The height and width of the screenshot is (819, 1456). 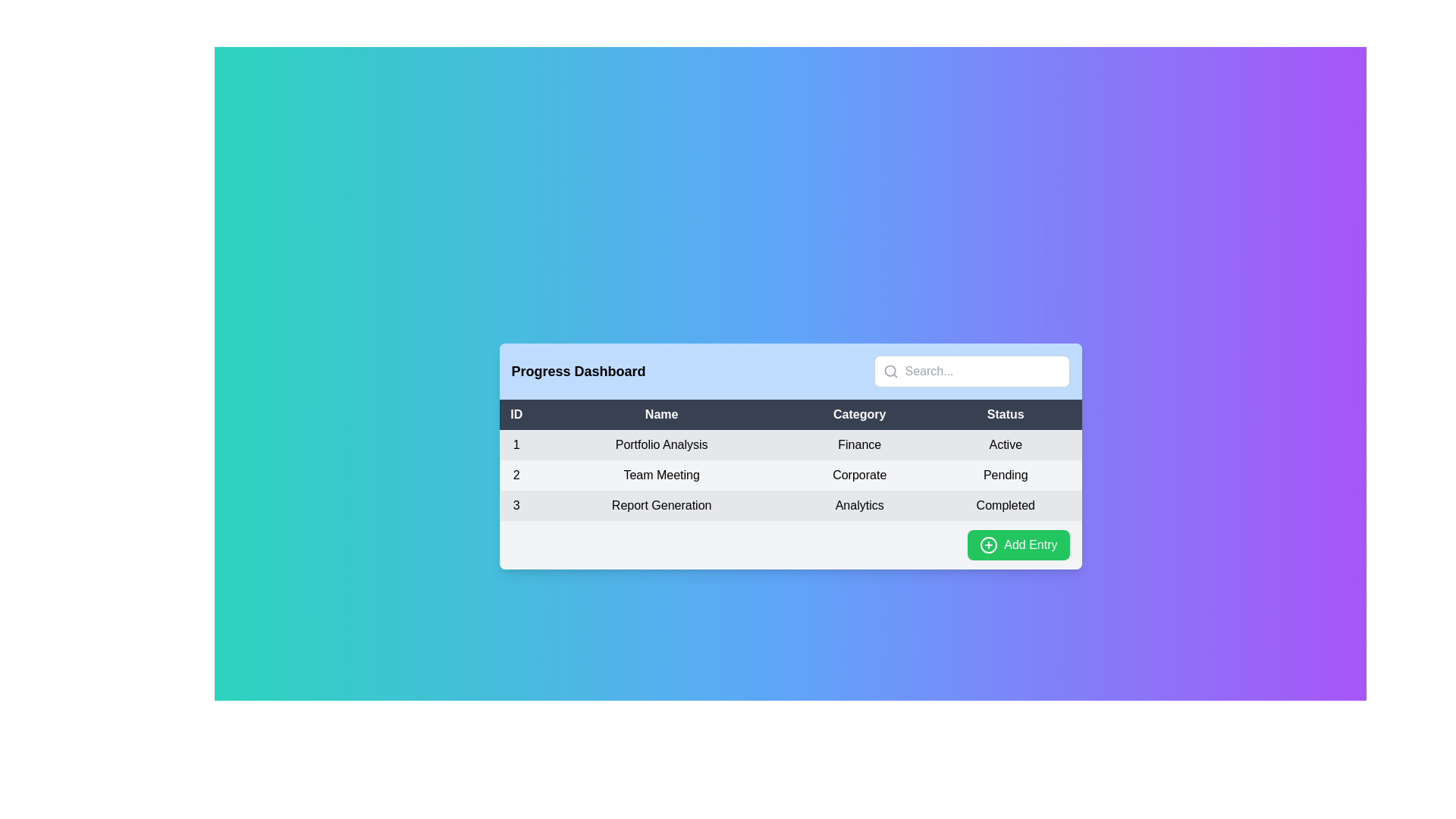 What do you see at coordinates (516, 415) in the screenshot?
I see `the Static text header element, which serves as the header for the first column listing identification numbers in the table` at bounding box center [516, 415].